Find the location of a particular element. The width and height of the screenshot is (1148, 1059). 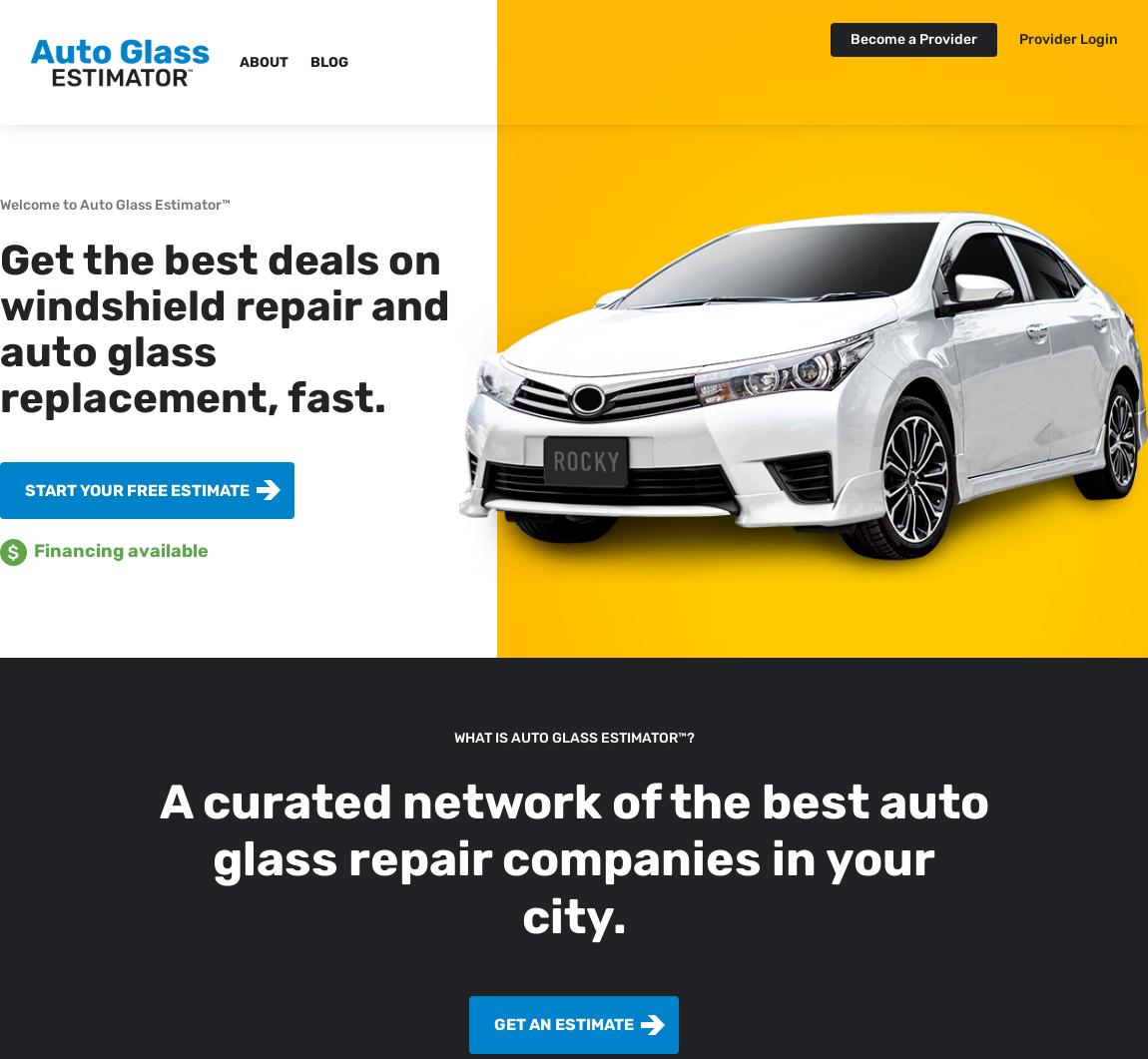

'A curated network of the best' is located at coordinates (518, 800).